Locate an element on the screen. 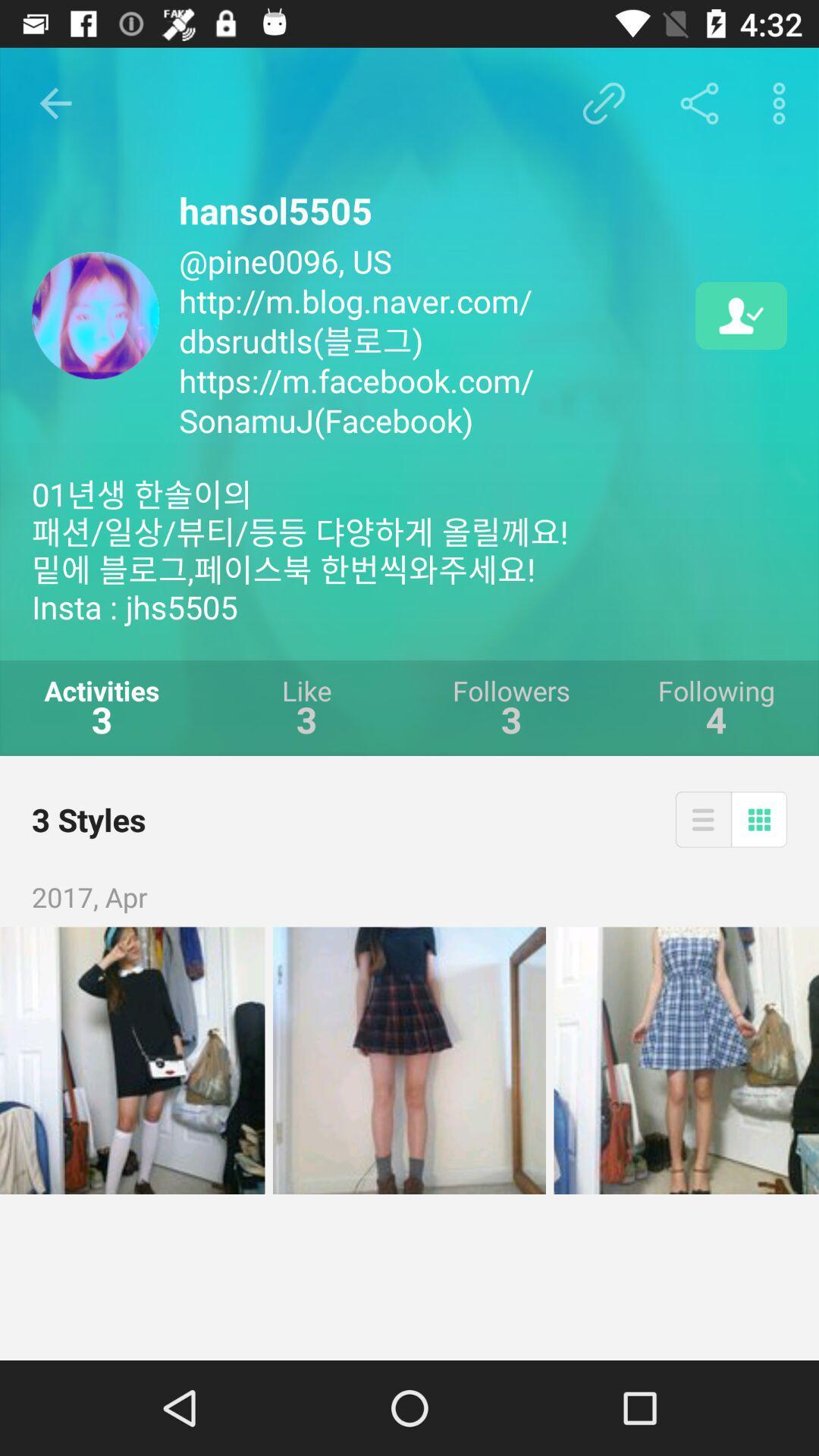  item to the right of the pine0096 us http is located at coordinates (740, 315).